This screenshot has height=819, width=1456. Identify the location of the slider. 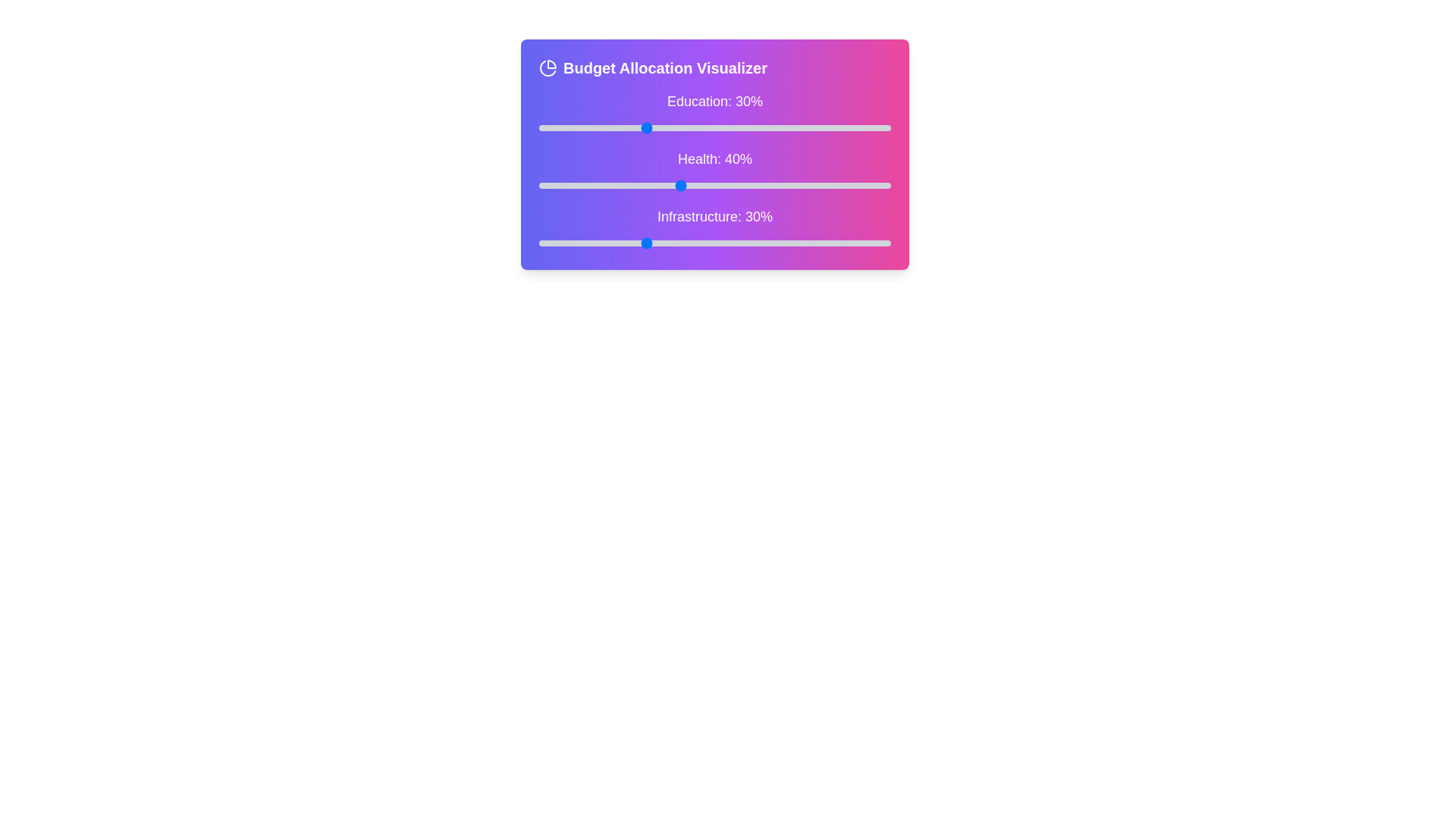
(833, 242).